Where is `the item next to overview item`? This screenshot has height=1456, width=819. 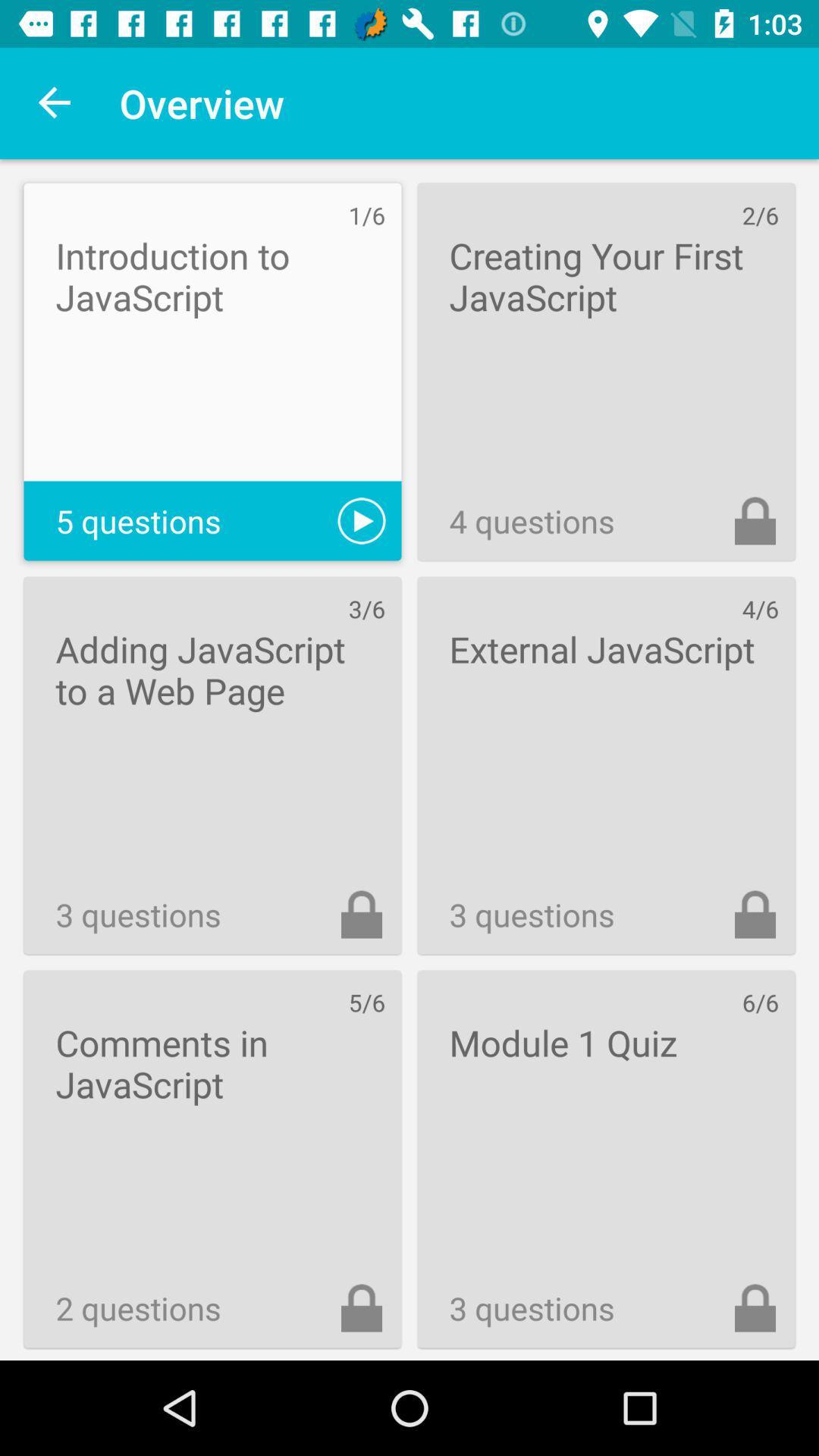
the item next to overview item is located at coordinates (55, 102).